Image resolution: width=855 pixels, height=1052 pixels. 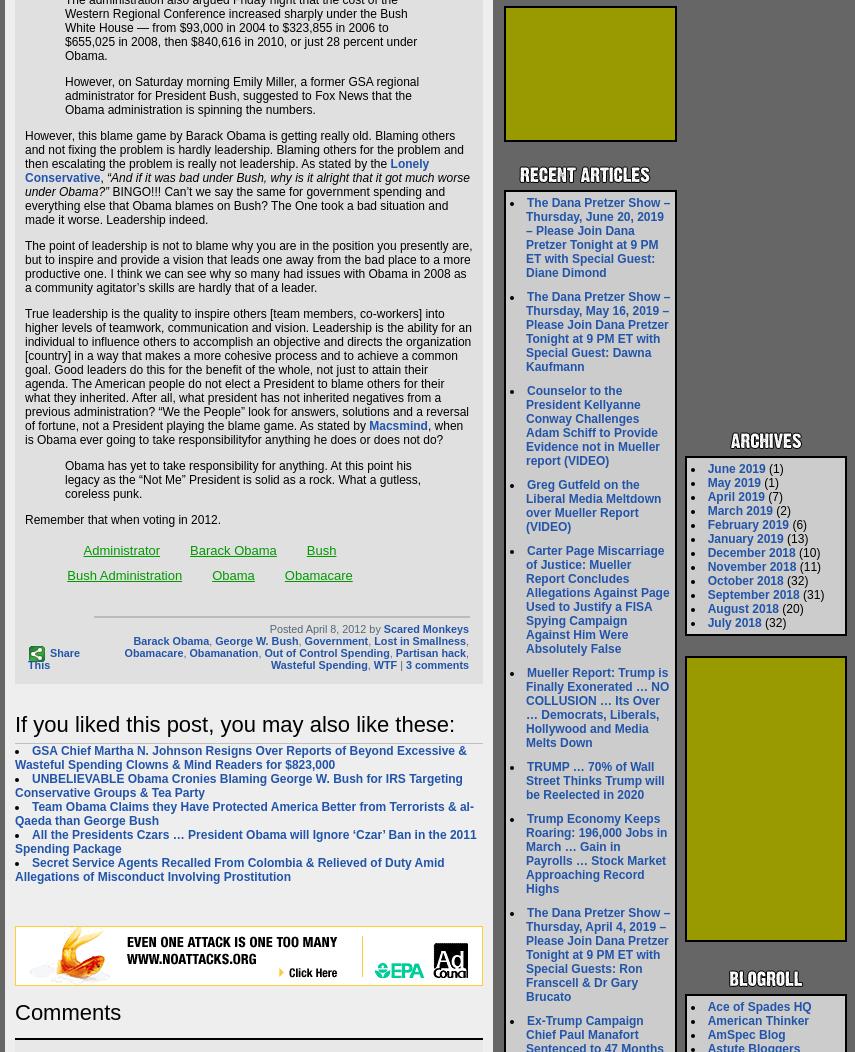 What do you see at coordinates (246, 185) in the screenshot?
I see `'“And if it was bad under Bush, why is it alright that it got much worse under Obama?”'` at bounding box center [246, 185].